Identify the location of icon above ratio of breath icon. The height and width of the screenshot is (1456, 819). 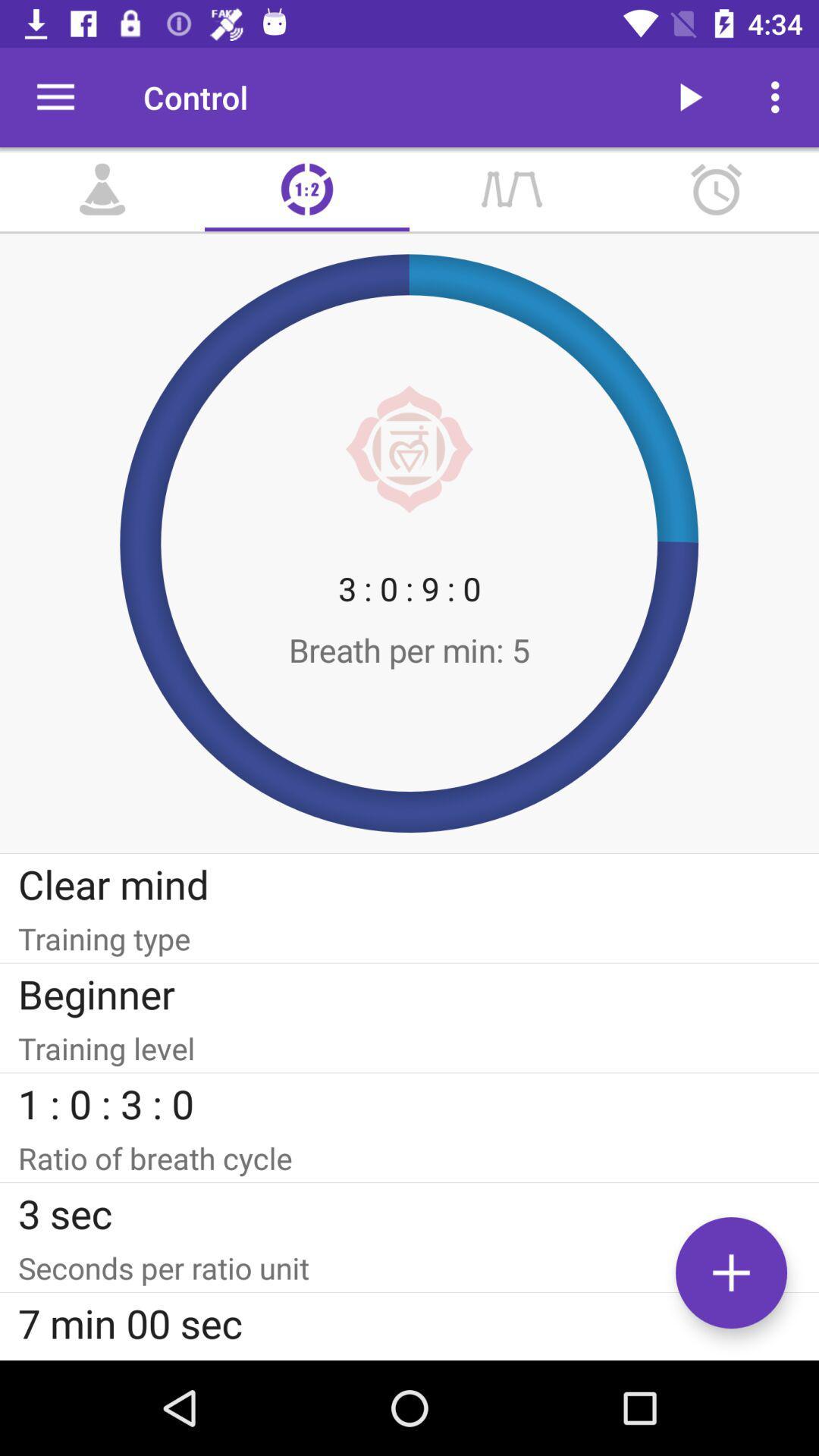
(409, 1103).